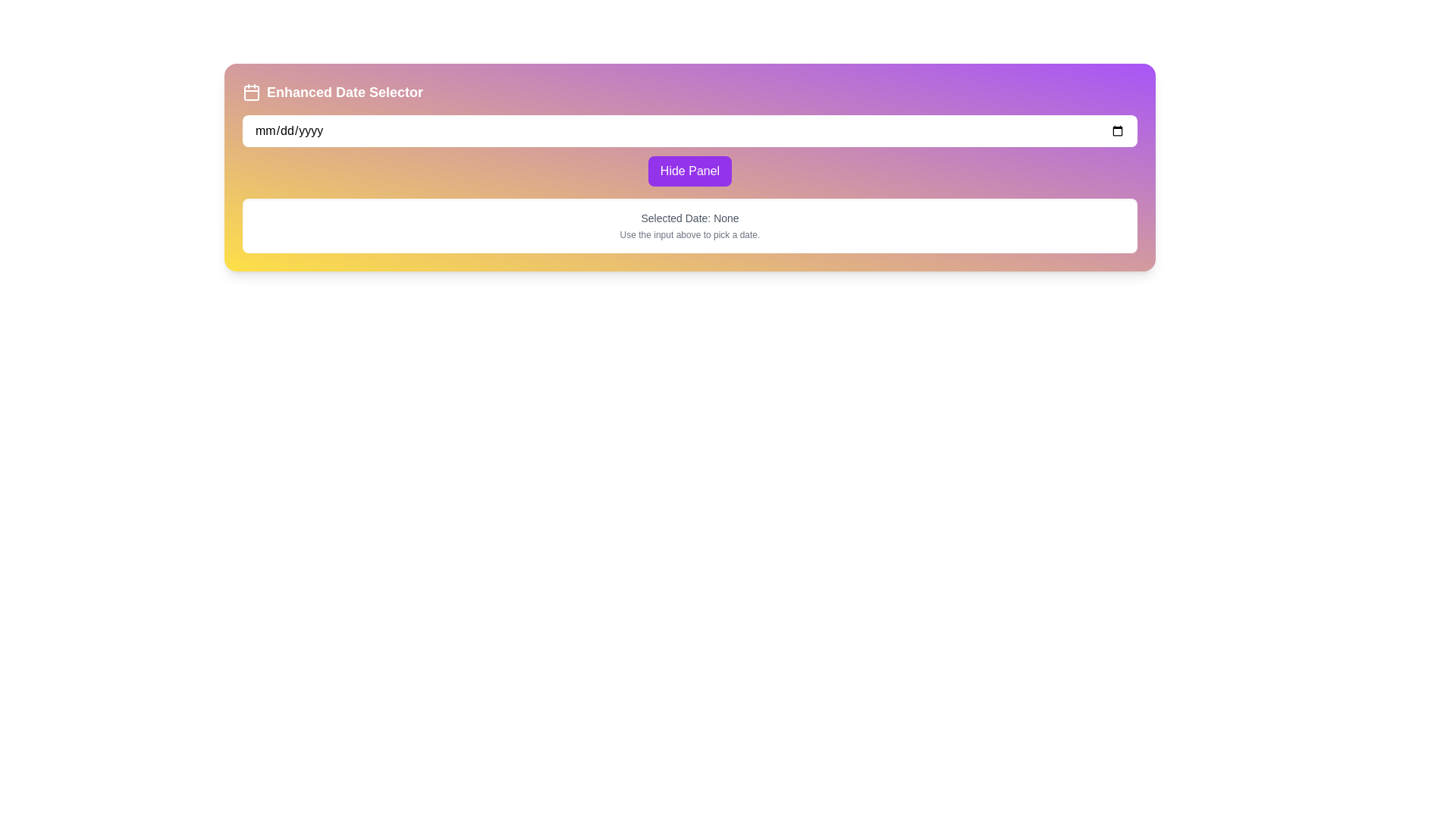  What do you see at coordinates (689, 130) in the screenshot?
I see `the Date Input Field located at the top-center of the 'Enhanced Date Selector' panel` at bounding box center [689, 130].